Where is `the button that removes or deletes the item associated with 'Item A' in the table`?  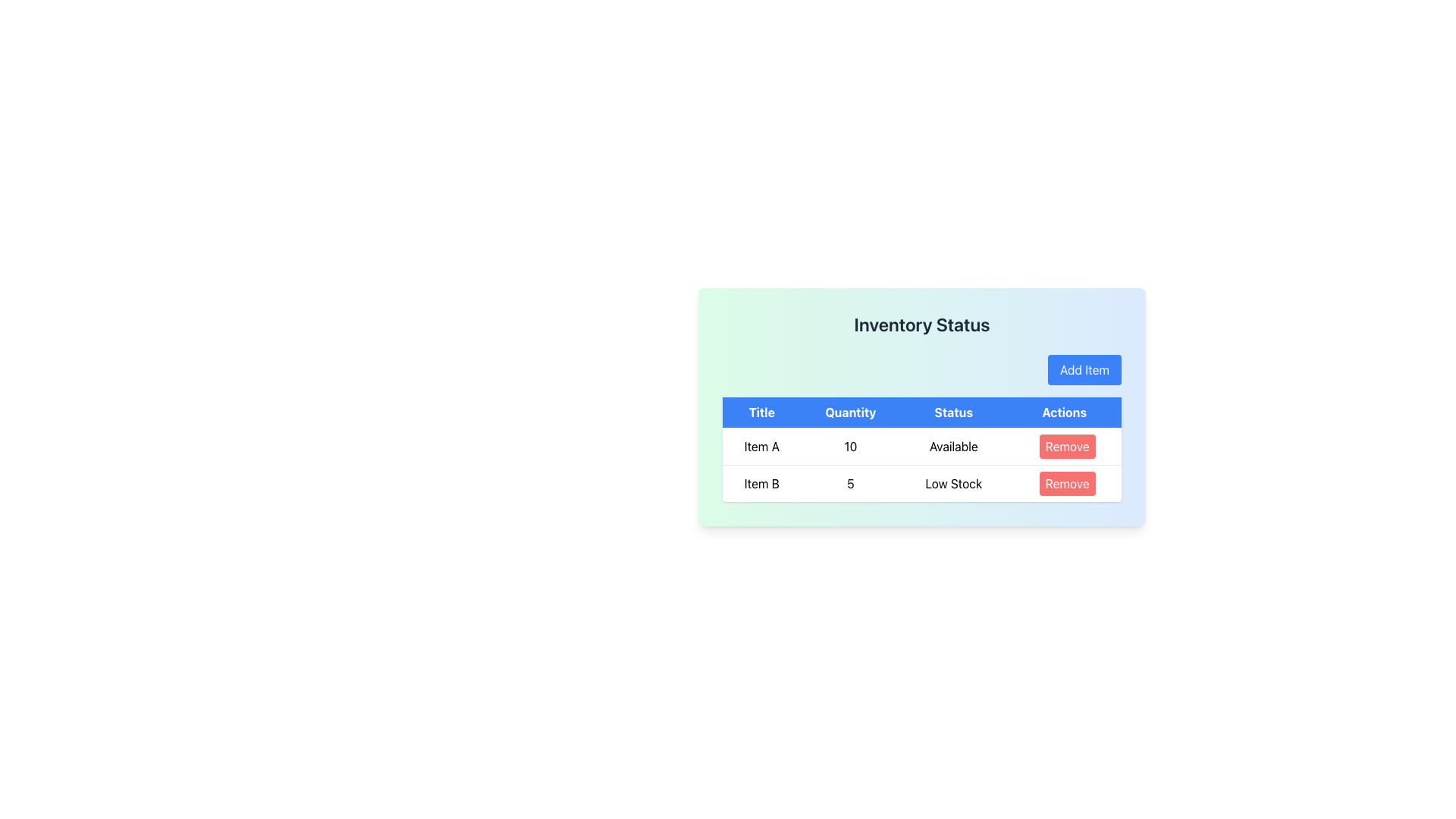 the button that removes or deletes the item associated with 'Item A' in the table is located at coordinates (1063, 446).